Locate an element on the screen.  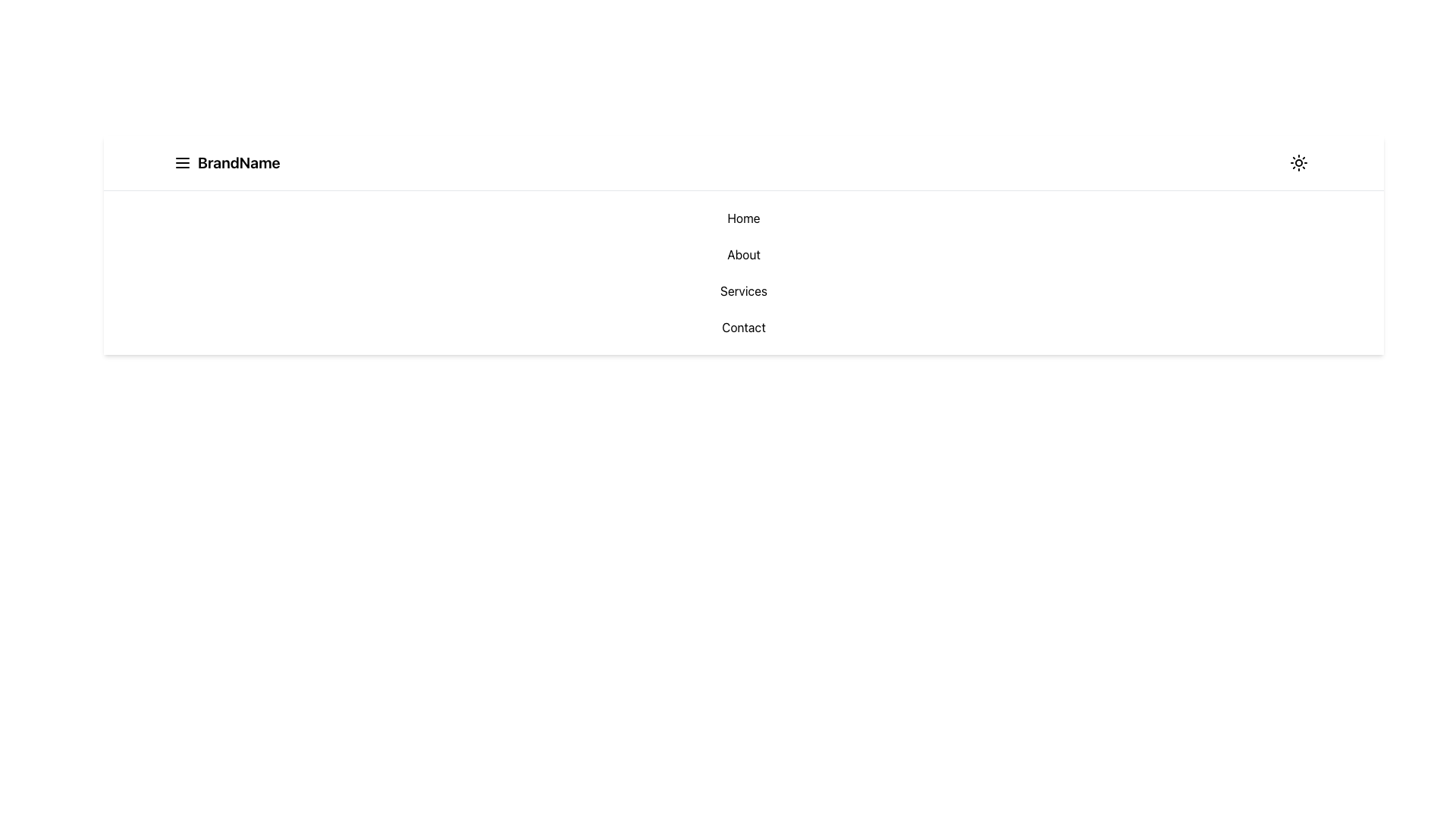
the 'Home' text label link, which is the first item in the vertical list of navigation links is located at coordinates (743, 218).